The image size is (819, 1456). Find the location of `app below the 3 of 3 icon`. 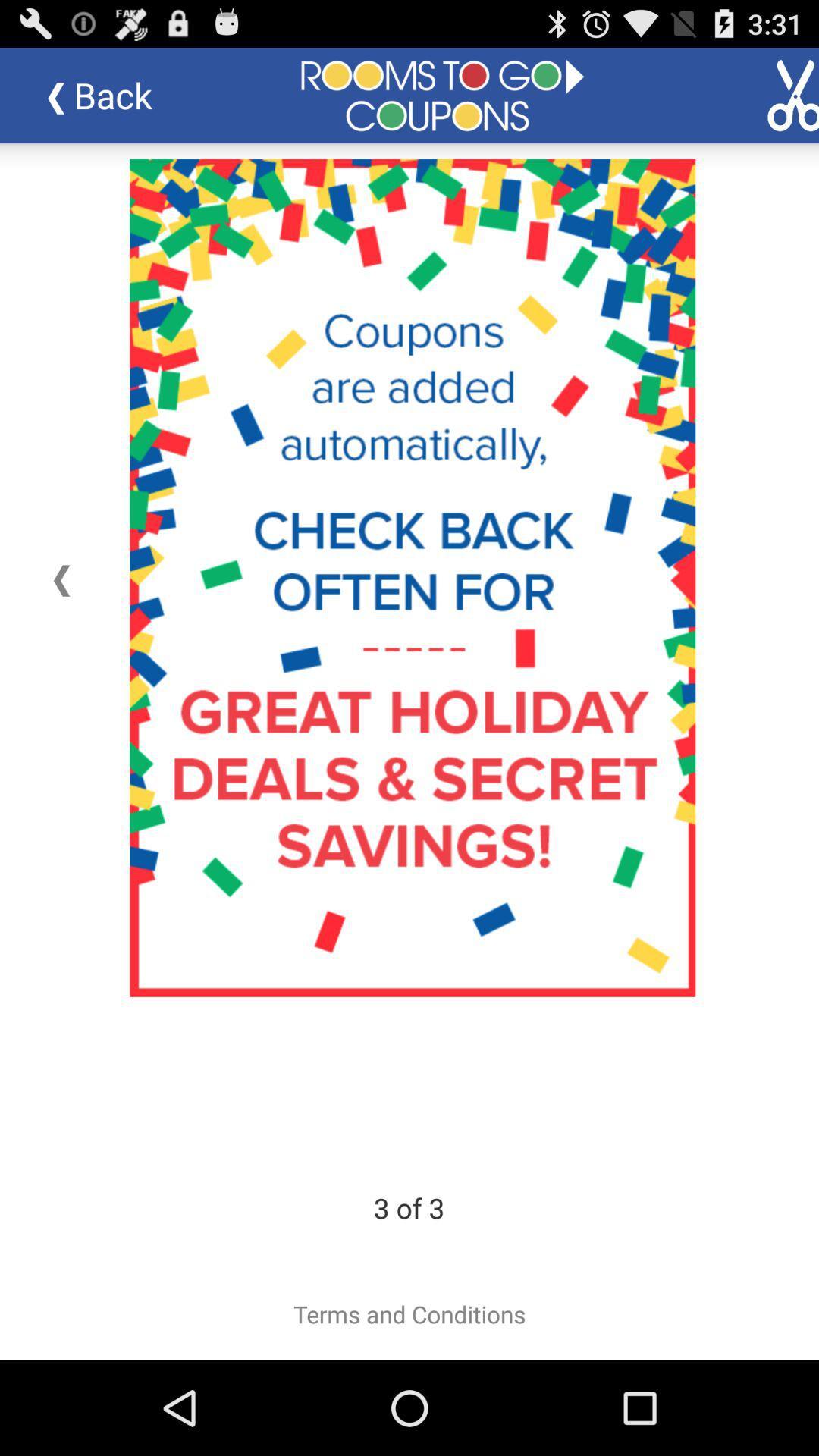

app below the 3 of 3 icon is located at coordinates (409, 1313).